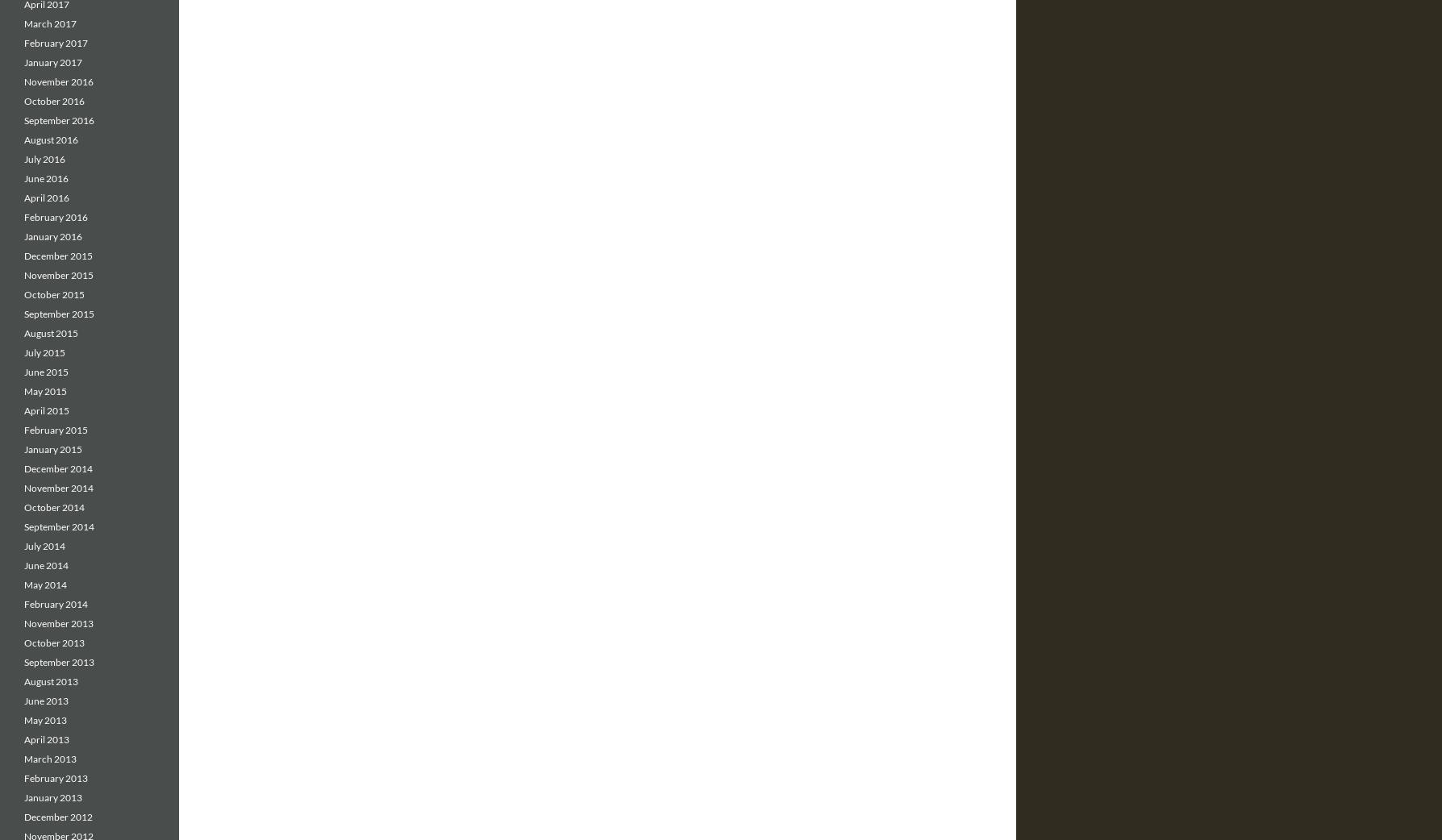 This screenshot has height=840, width=1442. I want to click on 'October 2015', so click(54, 293).